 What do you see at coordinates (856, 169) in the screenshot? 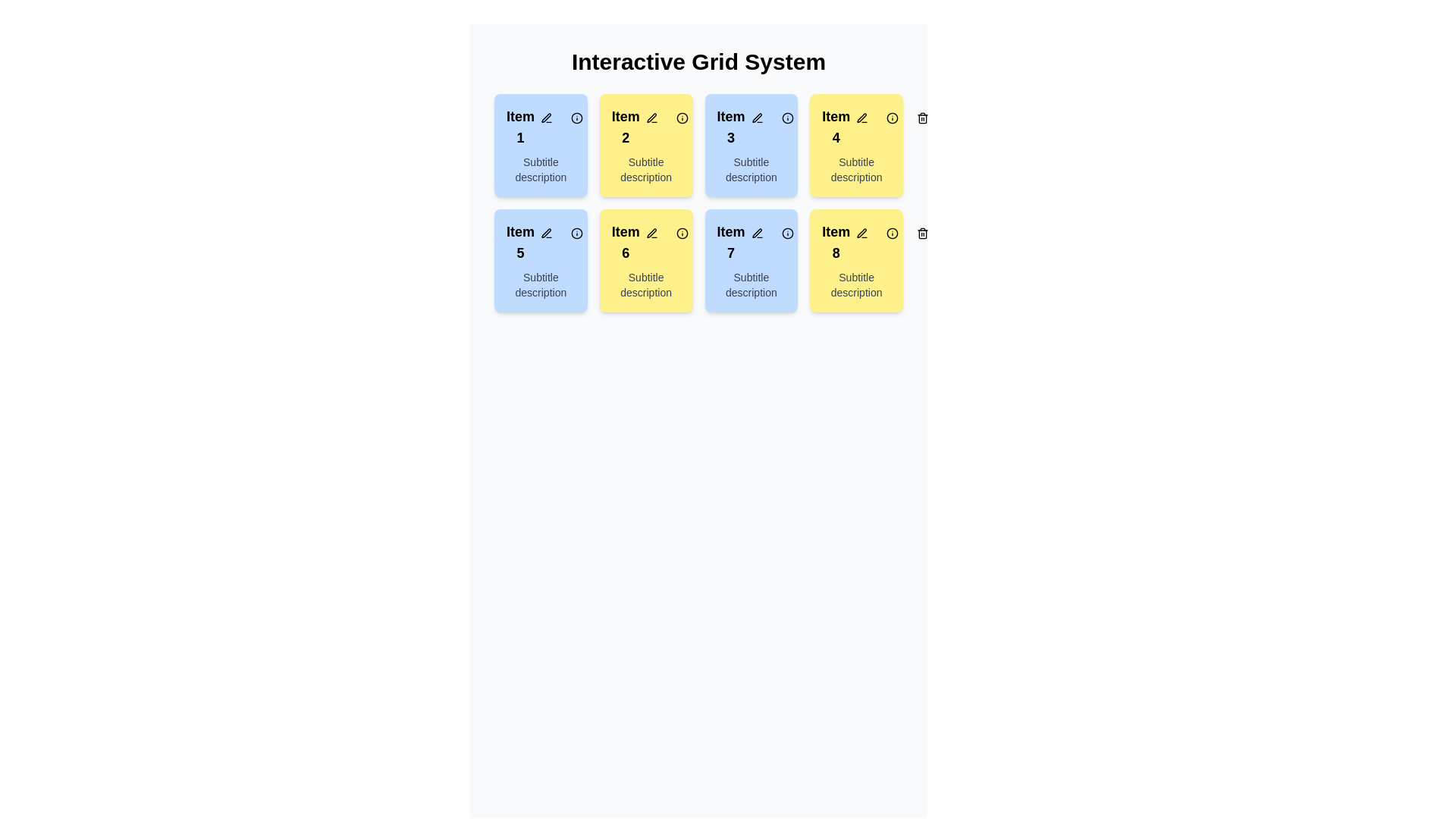
I see `the static text located within the yellow card labeled 'Item 4', which provides additional information about the card's primary content` at bounding box center [856, 169].